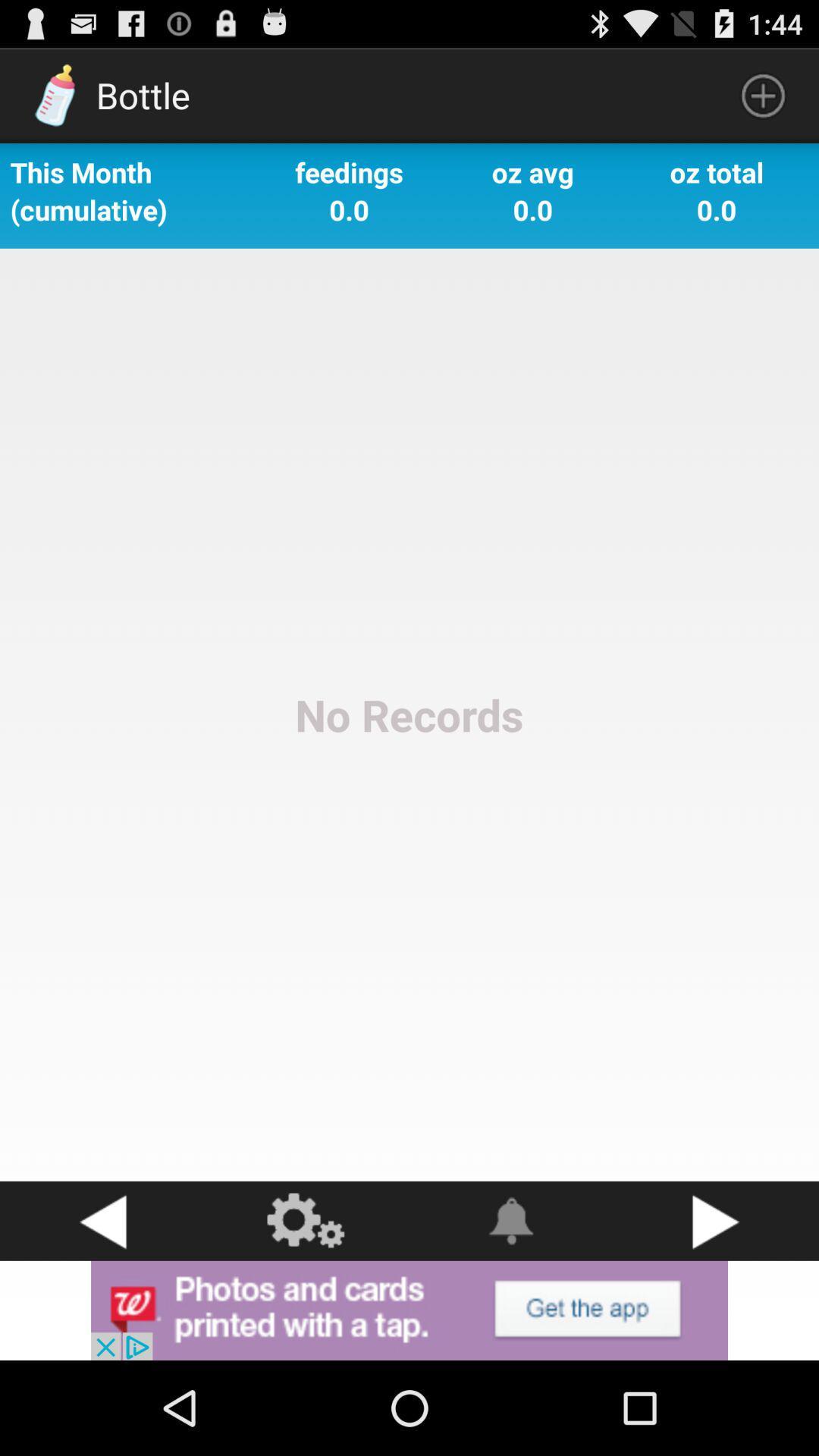 This screenshot has width=819, height=1456. Describe the element at coordinates (717, 1221) in the screenshot. I see `next page arrow icon` at that location.